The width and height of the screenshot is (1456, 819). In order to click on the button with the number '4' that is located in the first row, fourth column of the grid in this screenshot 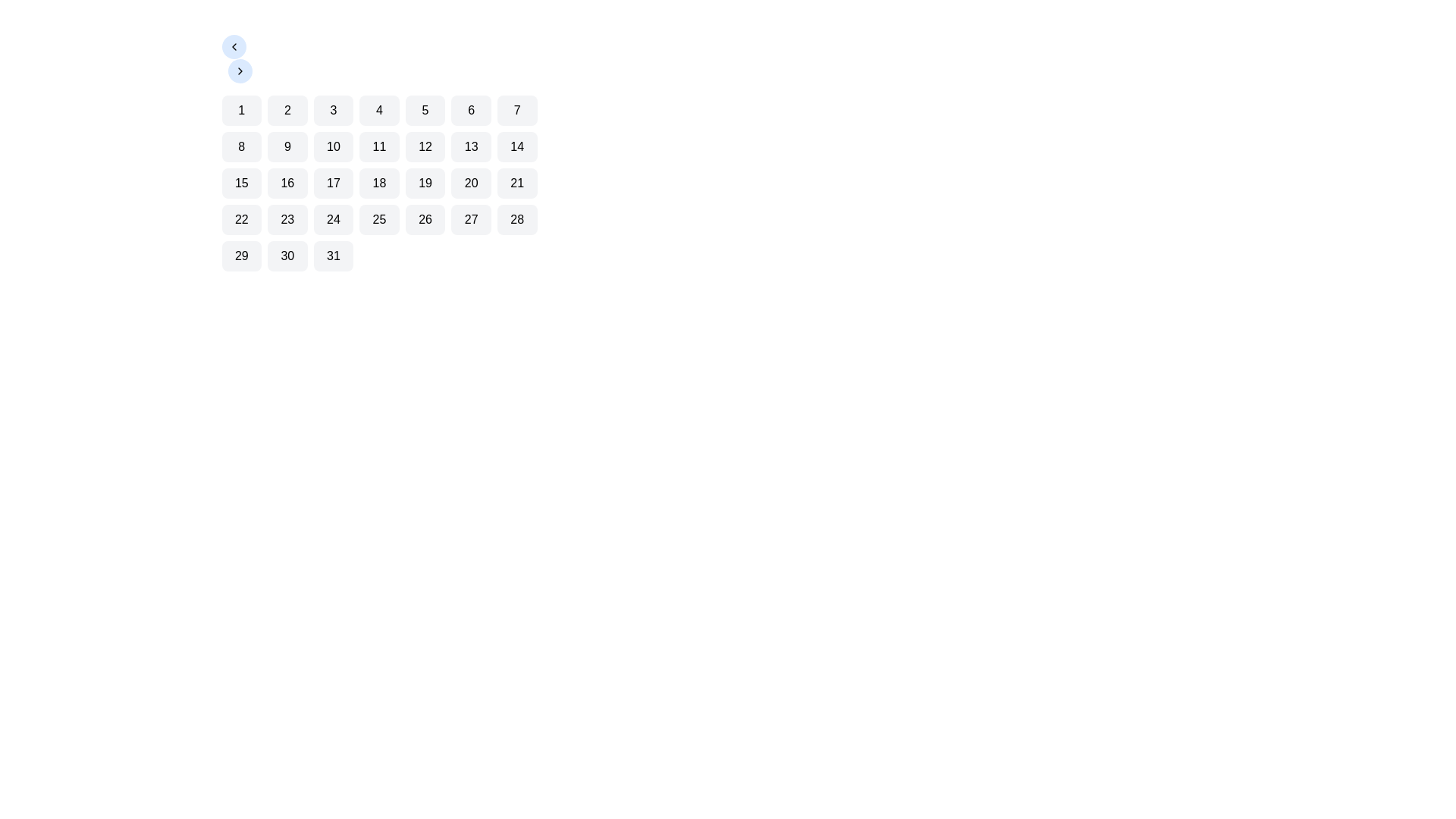, I will do `click(379, 110)`.